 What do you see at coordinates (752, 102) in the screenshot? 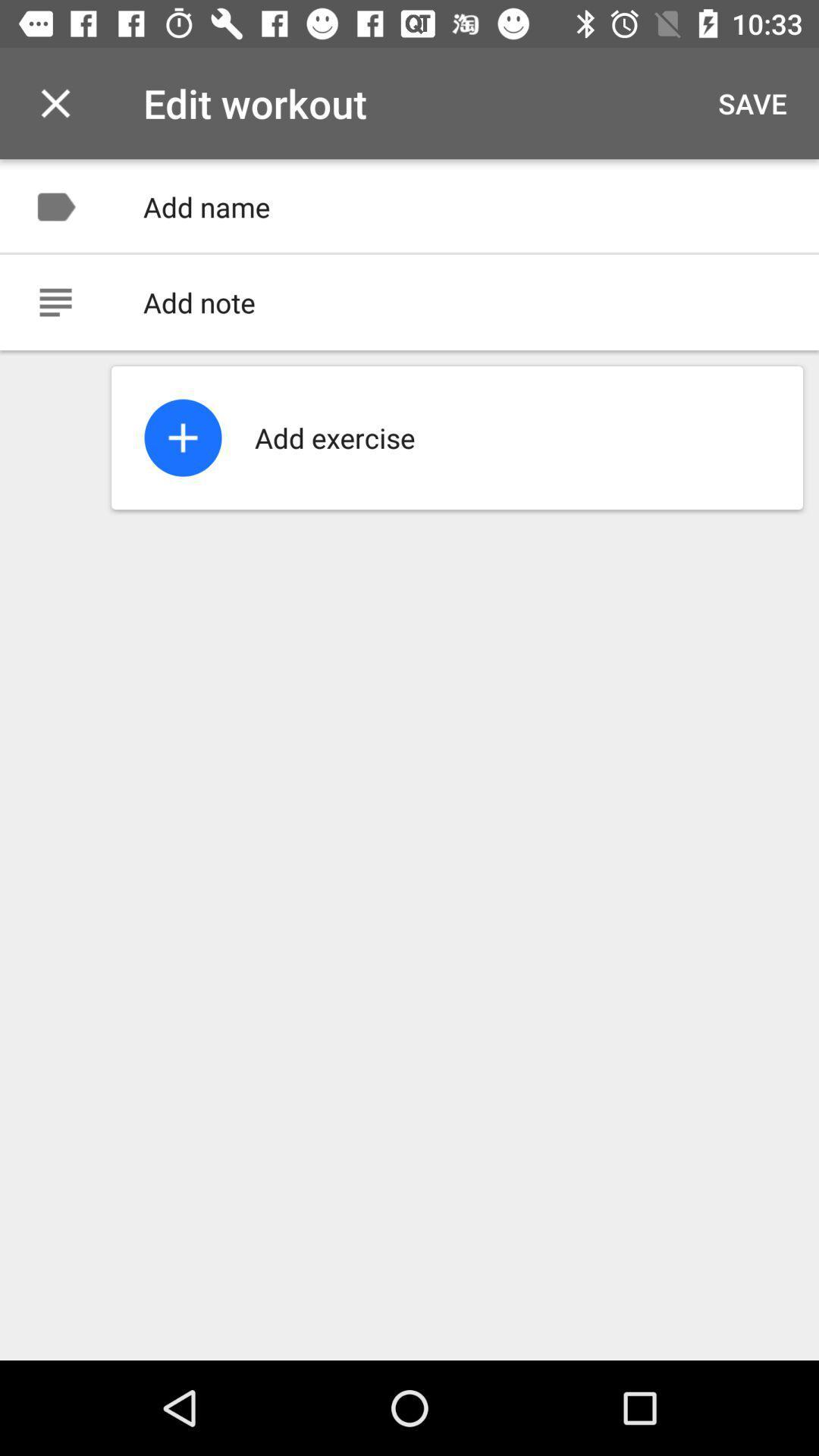
I see `the item to the right of edit workout item` at bounding box center [752, 102].